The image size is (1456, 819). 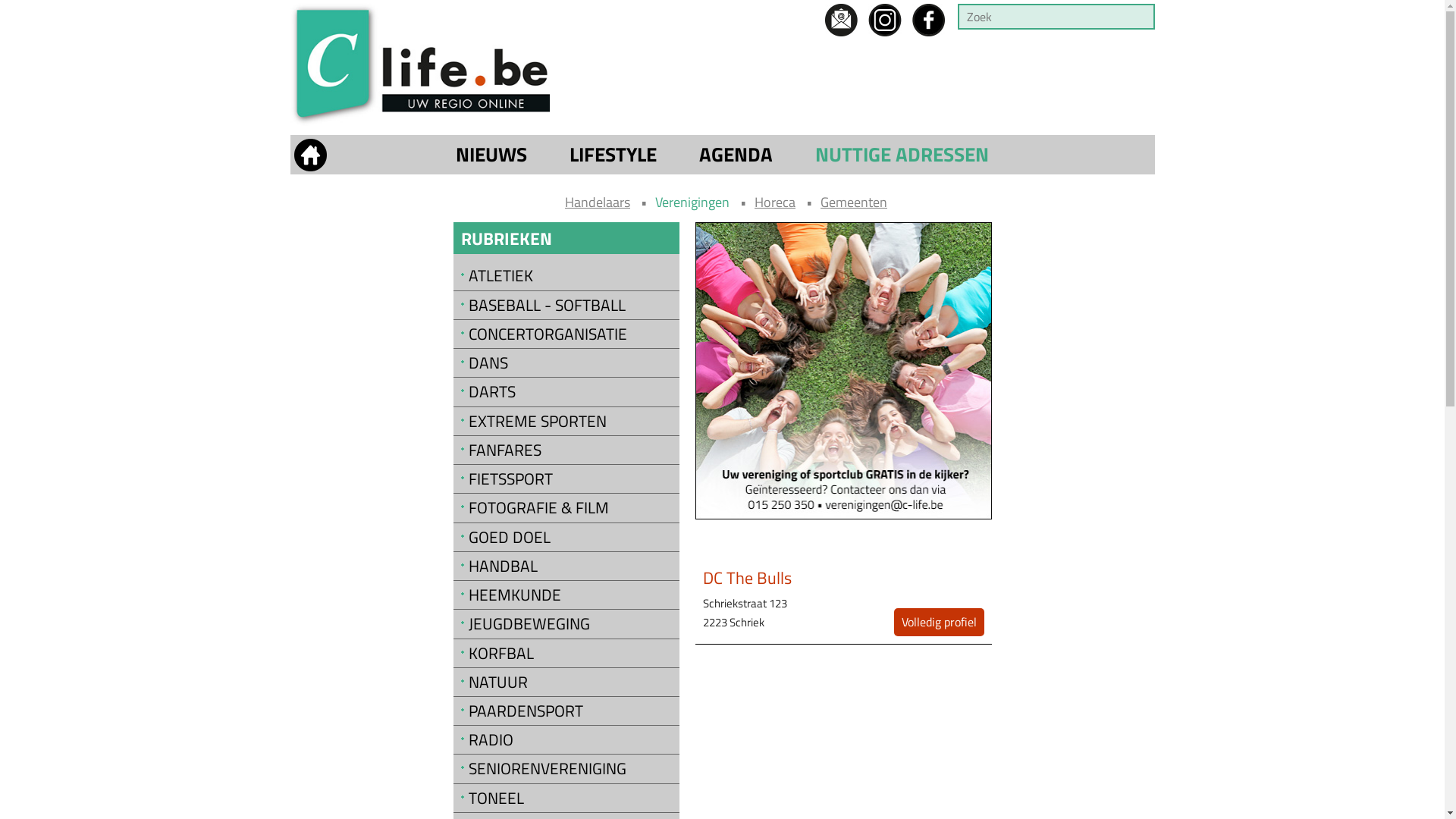 What do you see at coordinates (570, 797) in the screenshot?
I see `'TONEEL'` at bounding box center [570, 797].